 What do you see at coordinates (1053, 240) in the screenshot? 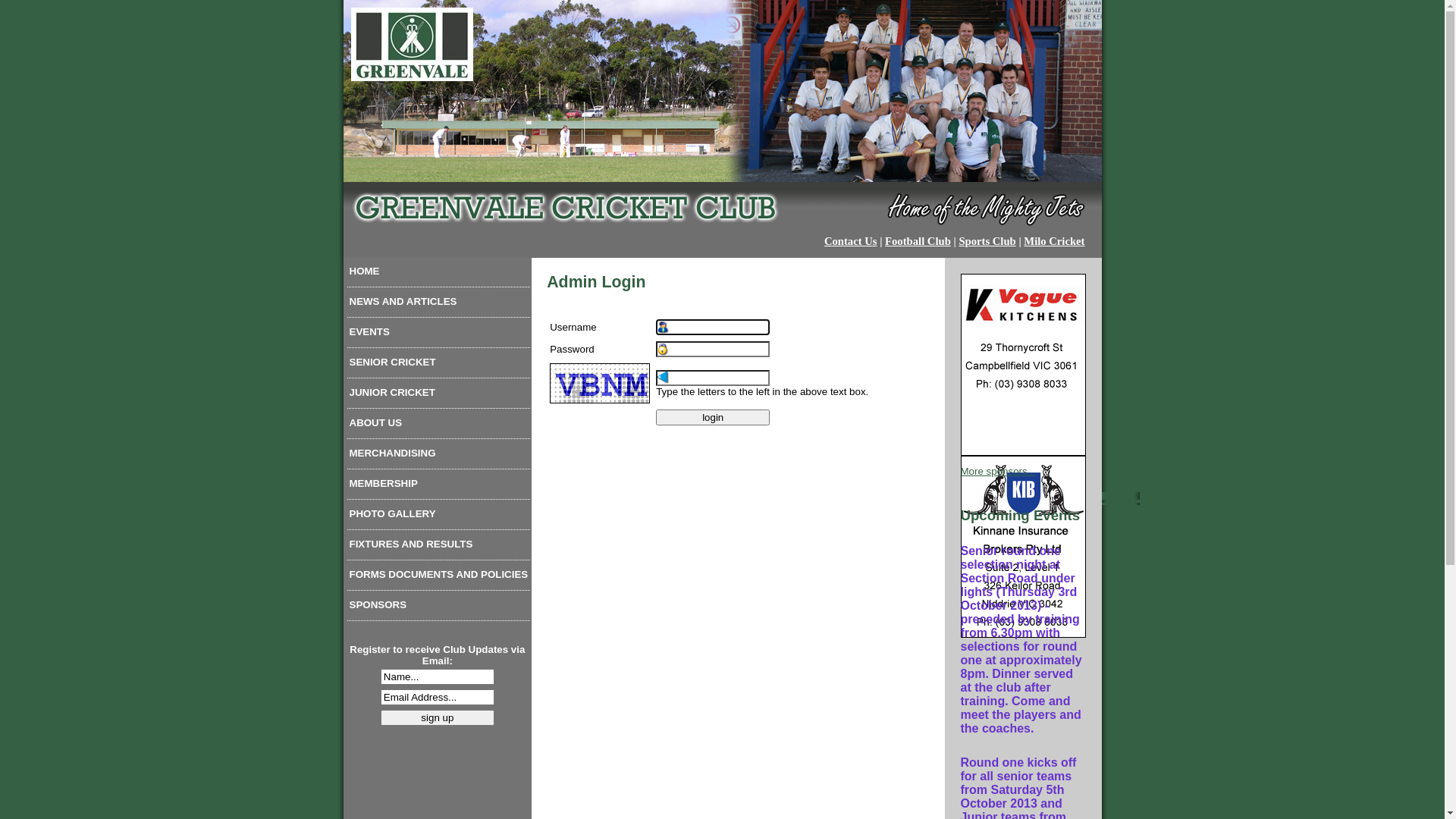
I see `'Milo Cricket'` at bounding box center [1053, 240].